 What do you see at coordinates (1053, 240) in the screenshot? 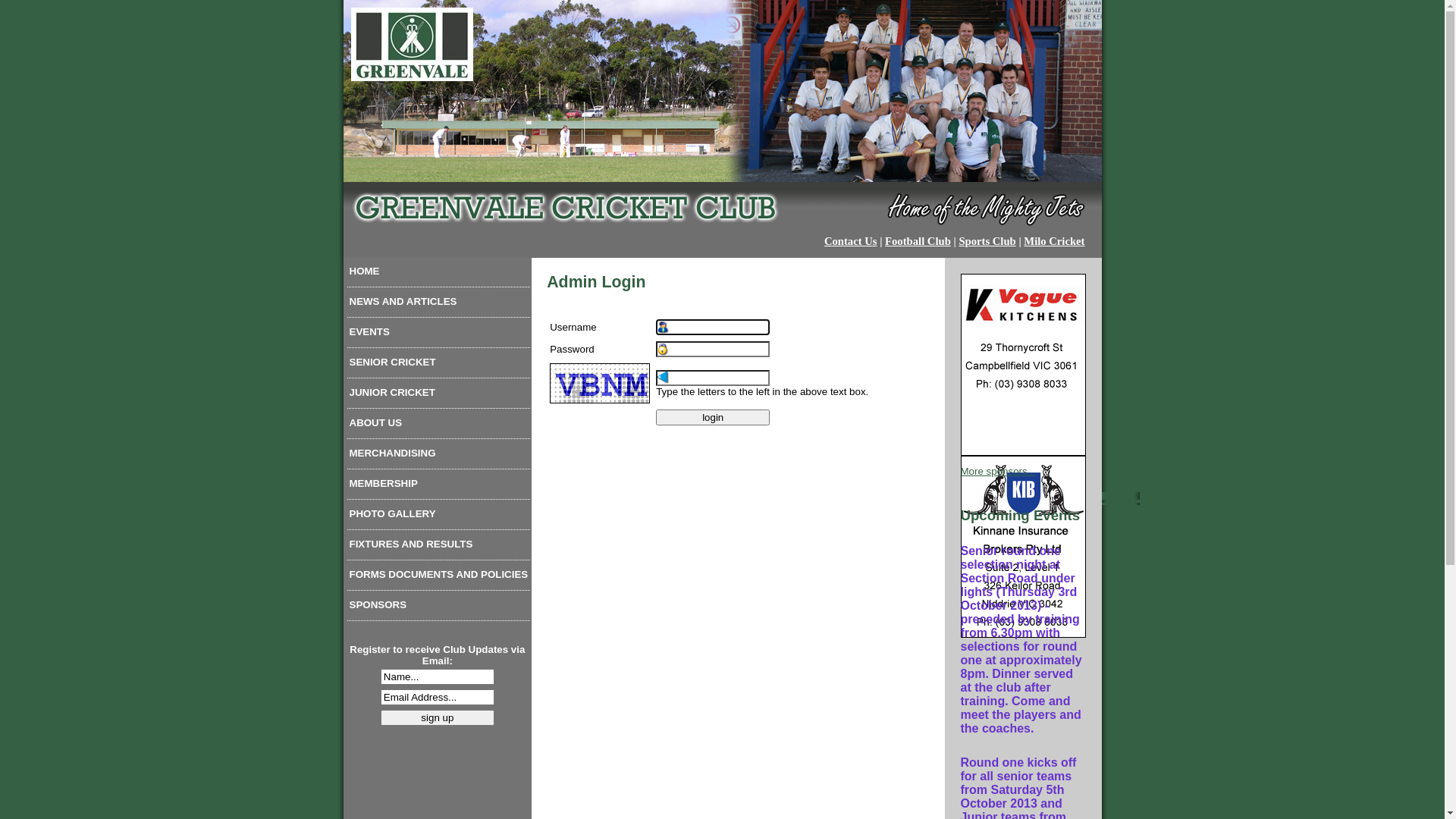
I see `'Milo Cricket'` at bounding box center [1053, 240].